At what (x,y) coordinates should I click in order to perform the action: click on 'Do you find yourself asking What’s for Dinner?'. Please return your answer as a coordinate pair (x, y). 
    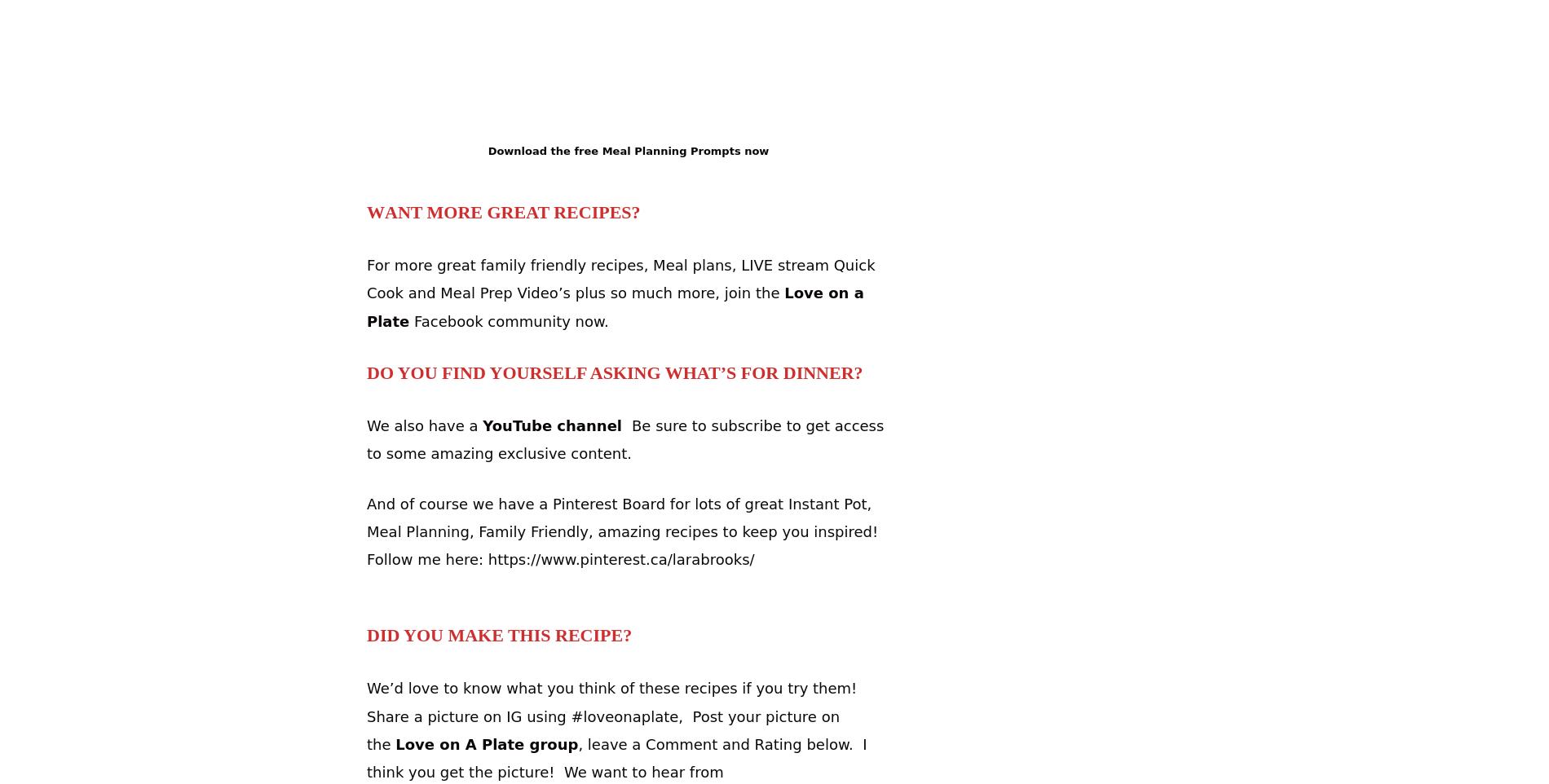
    Looking at the image, I should click on (613, 372).